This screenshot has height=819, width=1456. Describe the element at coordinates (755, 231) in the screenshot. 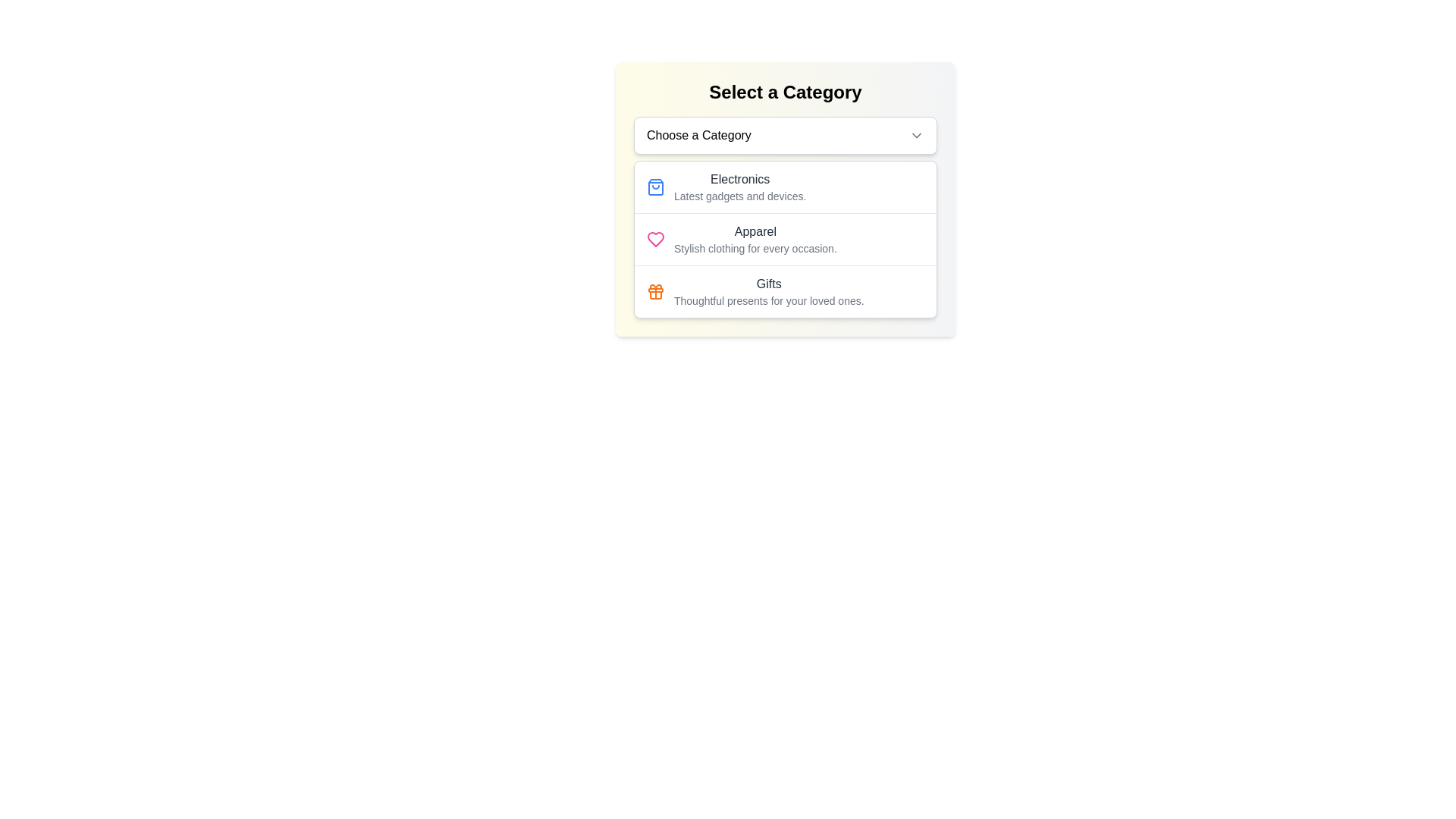

I see `the Text Label that contains the text 'Apparel', which is centrally located within the second item of a vertical list` at that location.